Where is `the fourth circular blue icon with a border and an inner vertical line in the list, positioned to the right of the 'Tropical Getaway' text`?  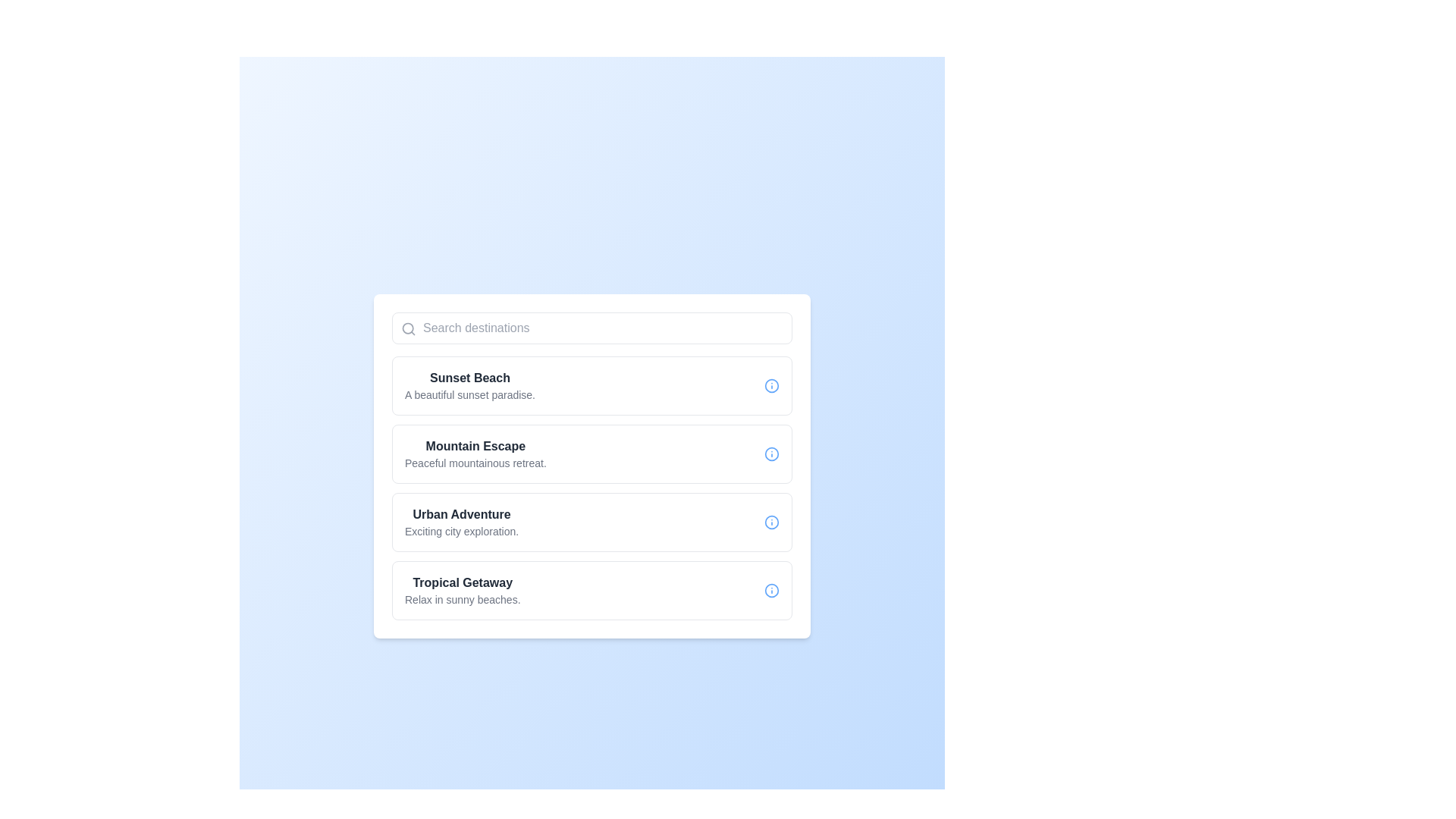 the fourth circular blue icon with a border and an inner vertical line in the list, positioned to the right of the 'Tropical Getaway' text is located at coordinates (771, 590).